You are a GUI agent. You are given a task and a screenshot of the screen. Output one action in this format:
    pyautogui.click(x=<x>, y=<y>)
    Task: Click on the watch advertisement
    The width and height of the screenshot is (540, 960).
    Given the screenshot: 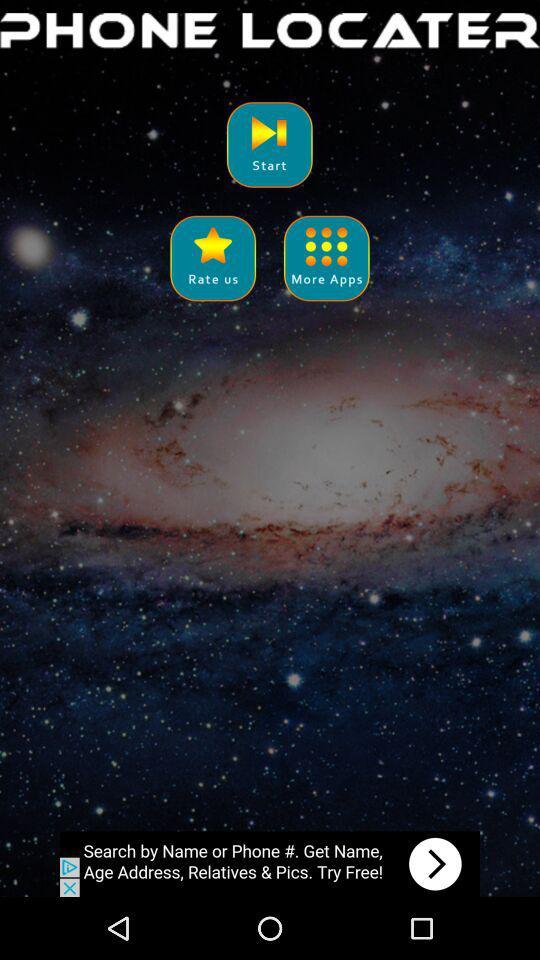 What is the action you would take?
    pyautogui.click(x=270, y=863)
    